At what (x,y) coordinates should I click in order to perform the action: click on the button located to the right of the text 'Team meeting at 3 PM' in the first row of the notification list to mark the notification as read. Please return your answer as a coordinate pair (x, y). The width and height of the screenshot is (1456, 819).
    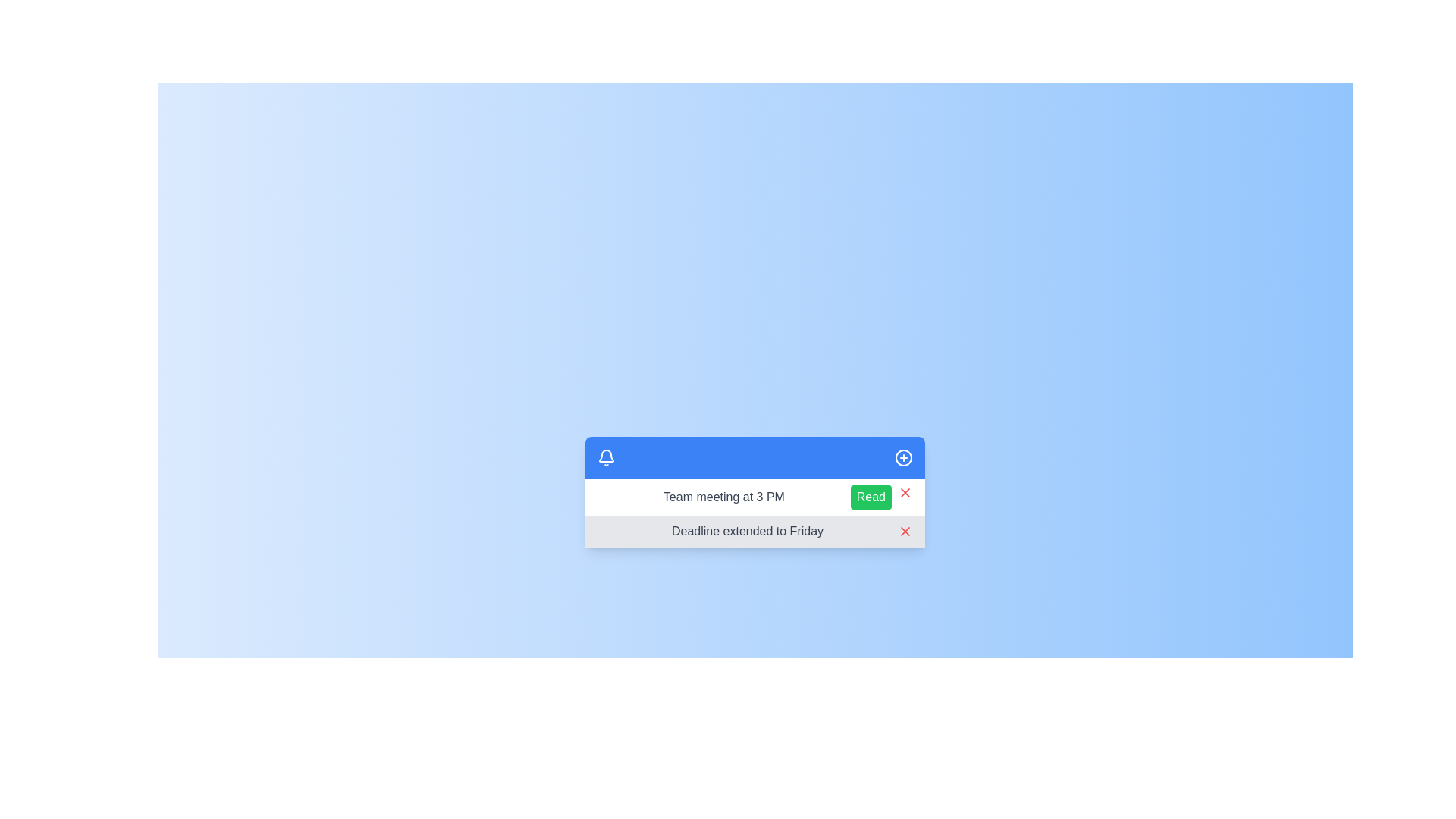
    Looking at the image, I should click on (871, 497).